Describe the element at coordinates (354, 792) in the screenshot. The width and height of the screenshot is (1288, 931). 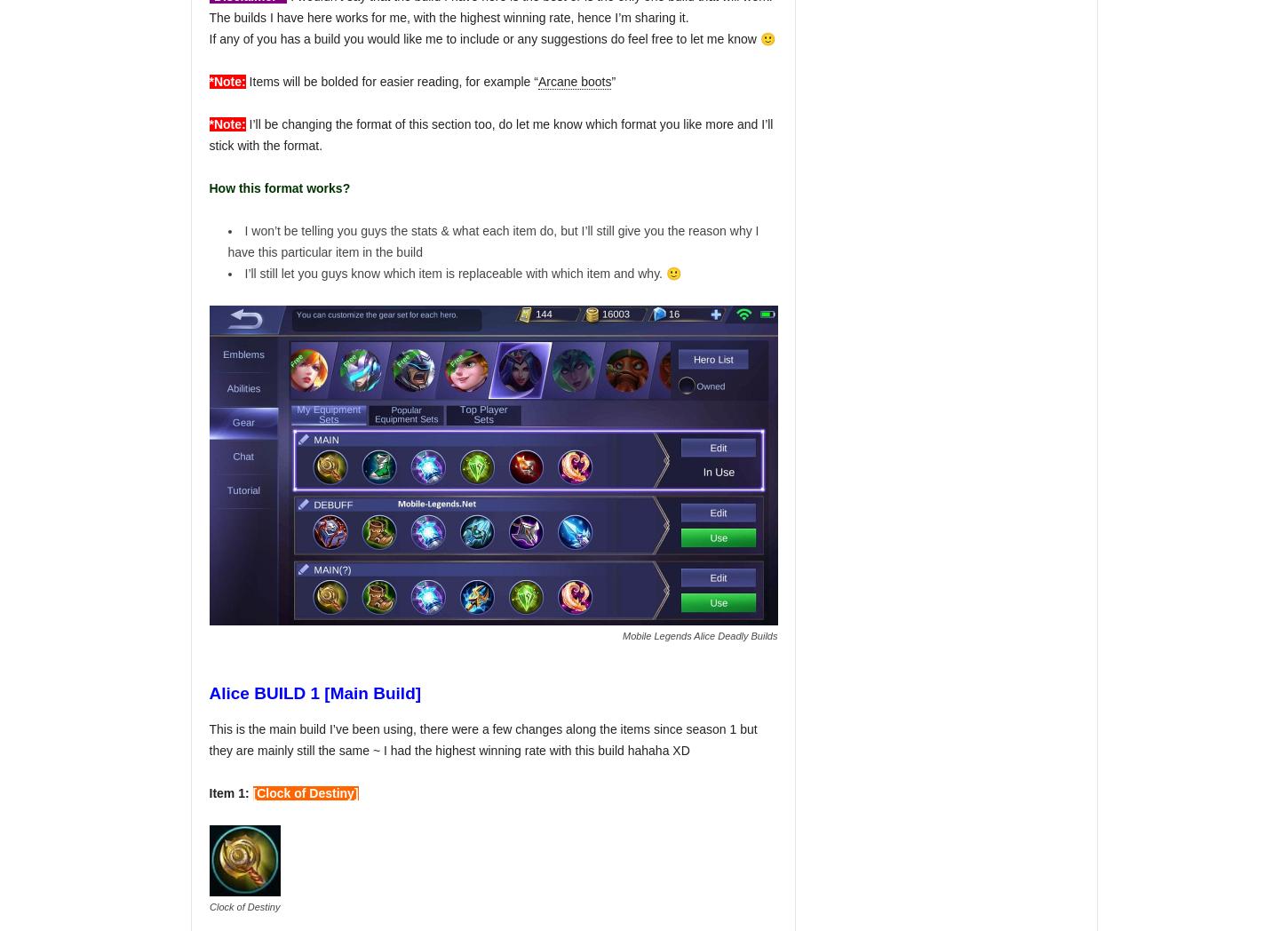
I see `']'` at that location.